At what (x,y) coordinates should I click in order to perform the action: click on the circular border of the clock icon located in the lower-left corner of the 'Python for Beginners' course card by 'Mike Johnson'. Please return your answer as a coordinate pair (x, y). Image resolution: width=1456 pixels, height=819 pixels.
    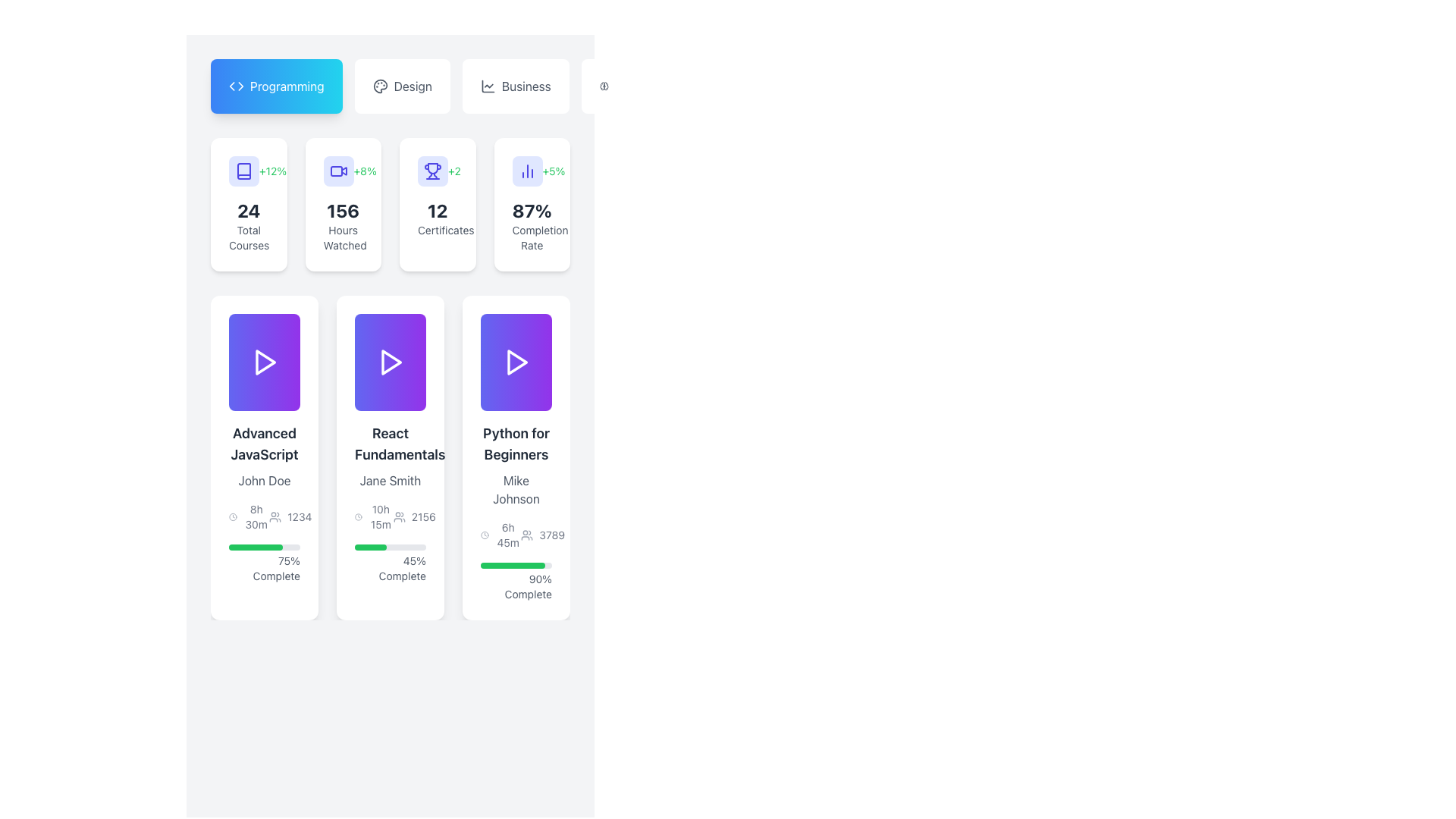
    Looking at the image, I should click on (484, 534).